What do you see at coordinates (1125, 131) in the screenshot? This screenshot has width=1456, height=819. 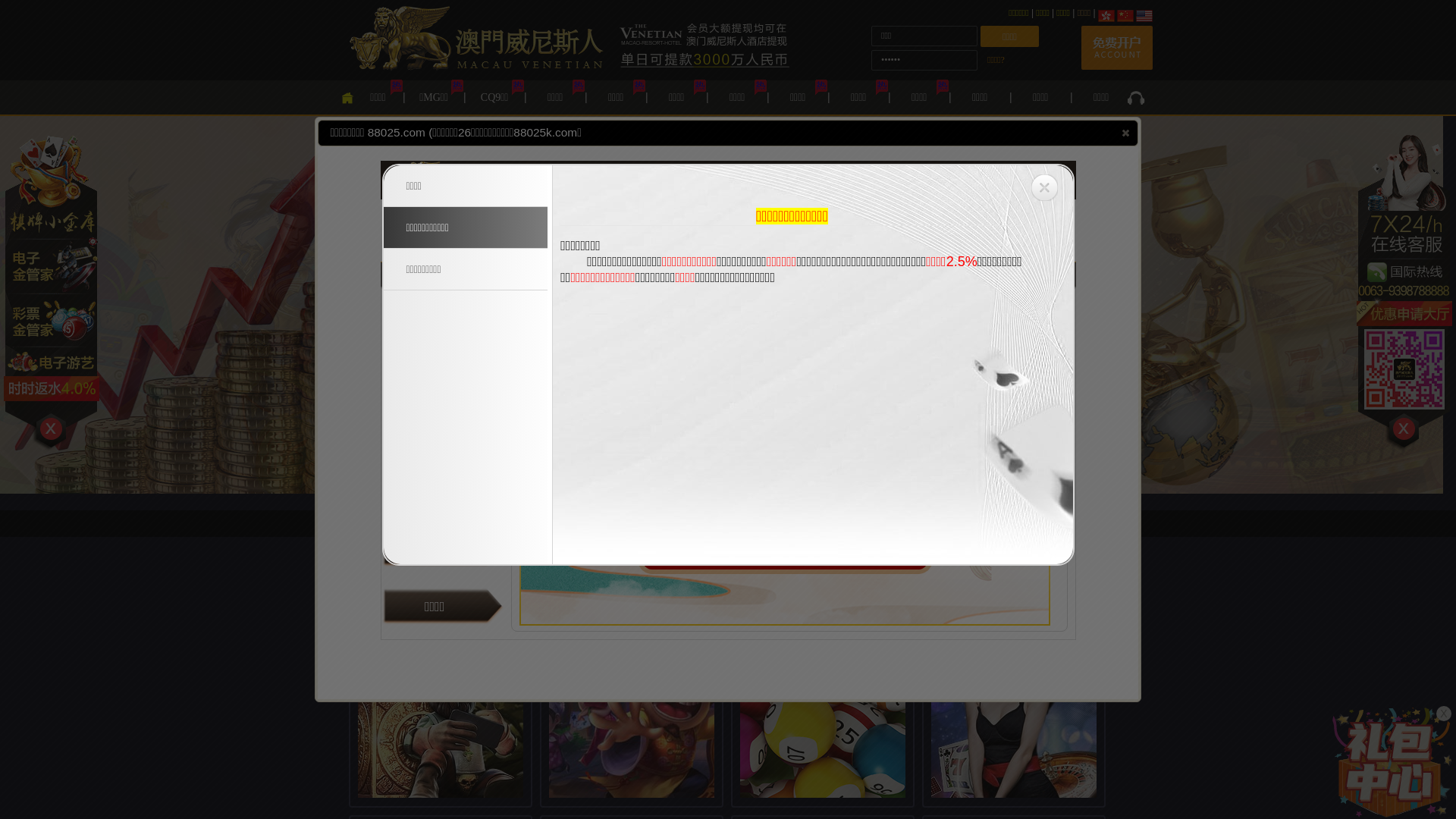 I see `'close'` at bounding box center [1125, 131].